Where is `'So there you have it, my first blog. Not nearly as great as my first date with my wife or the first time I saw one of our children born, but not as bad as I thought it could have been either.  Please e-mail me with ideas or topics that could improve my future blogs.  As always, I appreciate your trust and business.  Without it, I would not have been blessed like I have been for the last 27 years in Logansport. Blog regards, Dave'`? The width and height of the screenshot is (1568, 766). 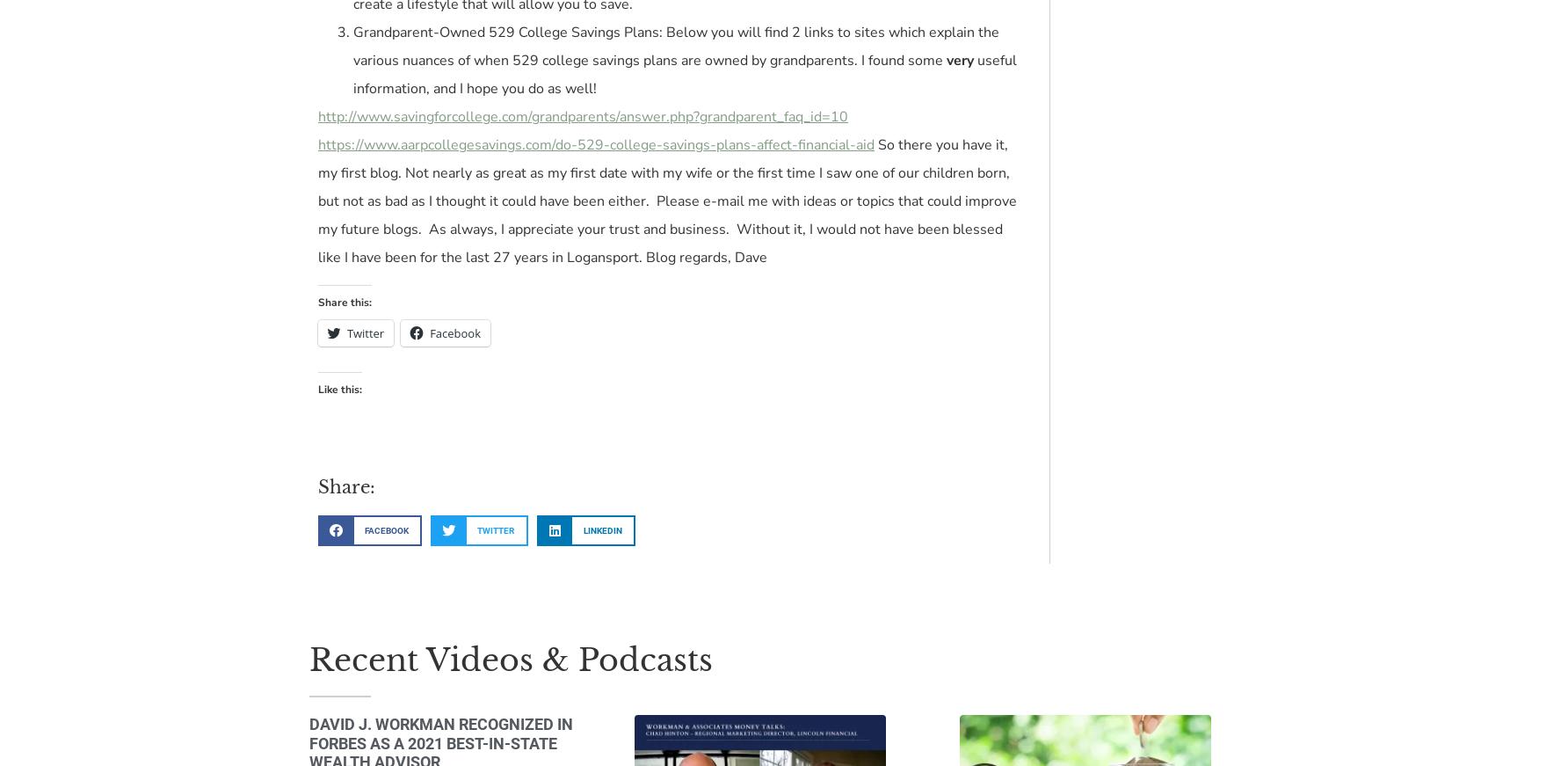
'So there you have it, my first blog. Not nearly as great as my first date with my wife or the first time I saw one of our children born, but not as bad as I thought it could have been either.  Please e-mail me with ideas or topics that could improve my future blogs.  As always, I appreciate your trust and business.  Without it, I would not have been blessed like I have been for the last 27 years in Logansport. Blog regards, Dave' is located at coordinates (316, 201).